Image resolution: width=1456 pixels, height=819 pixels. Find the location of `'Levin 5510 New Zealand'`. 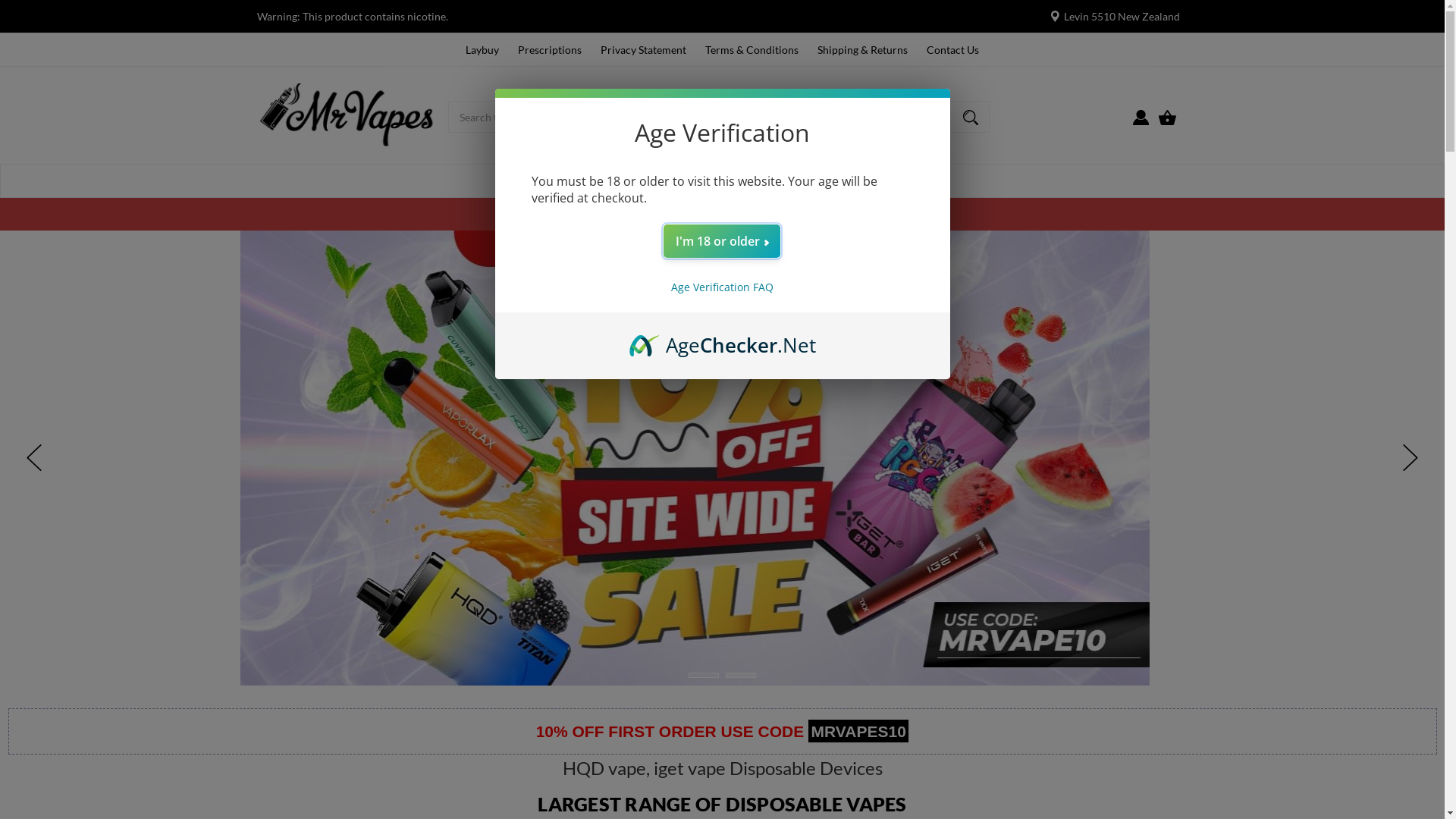

'Levin 5510 New Zealand' is located at coordinates (1062, 16).